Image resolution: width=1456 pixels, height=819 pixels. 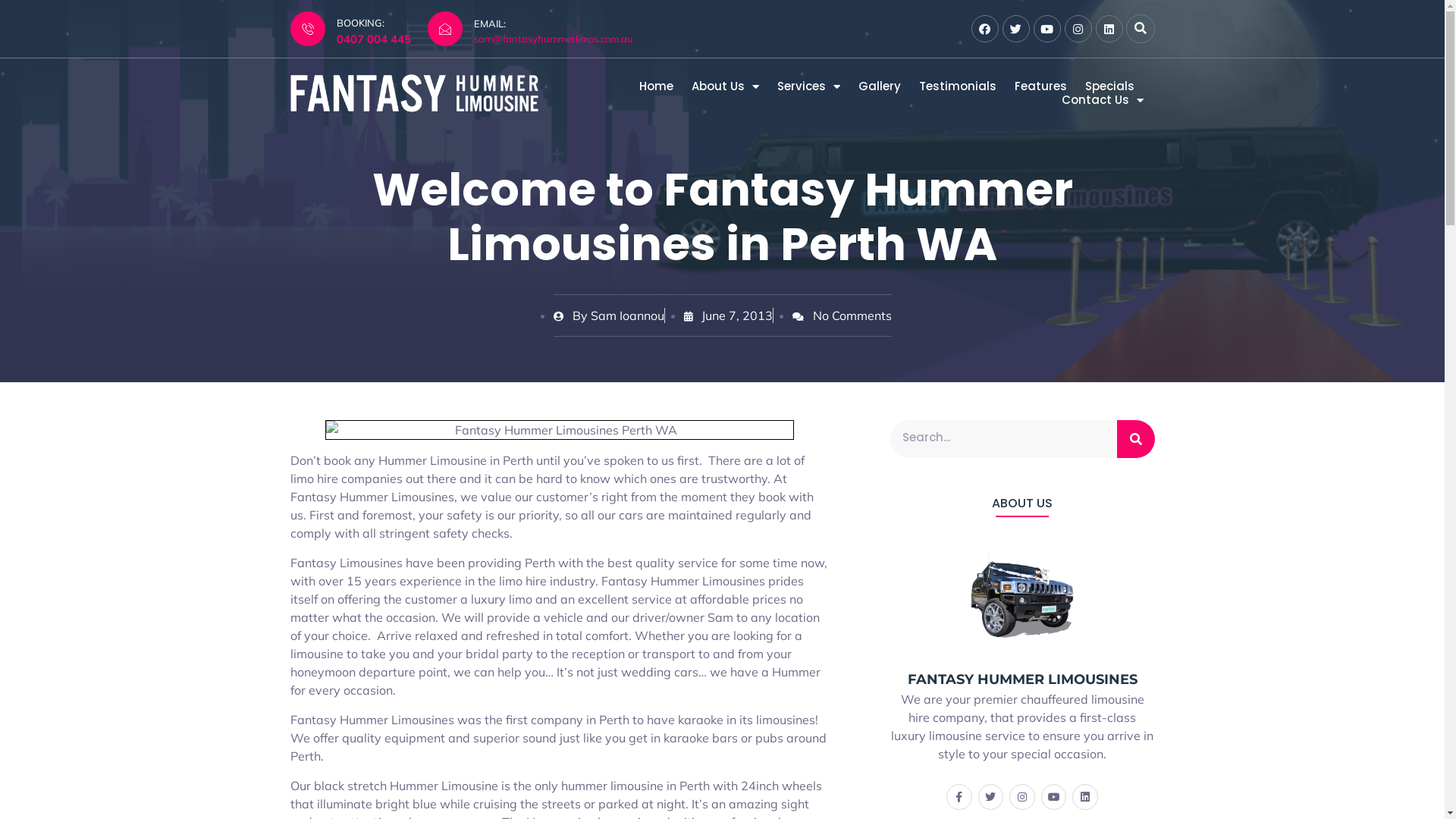 I want to click on '0407 004 445', so click(x=374, y=38).